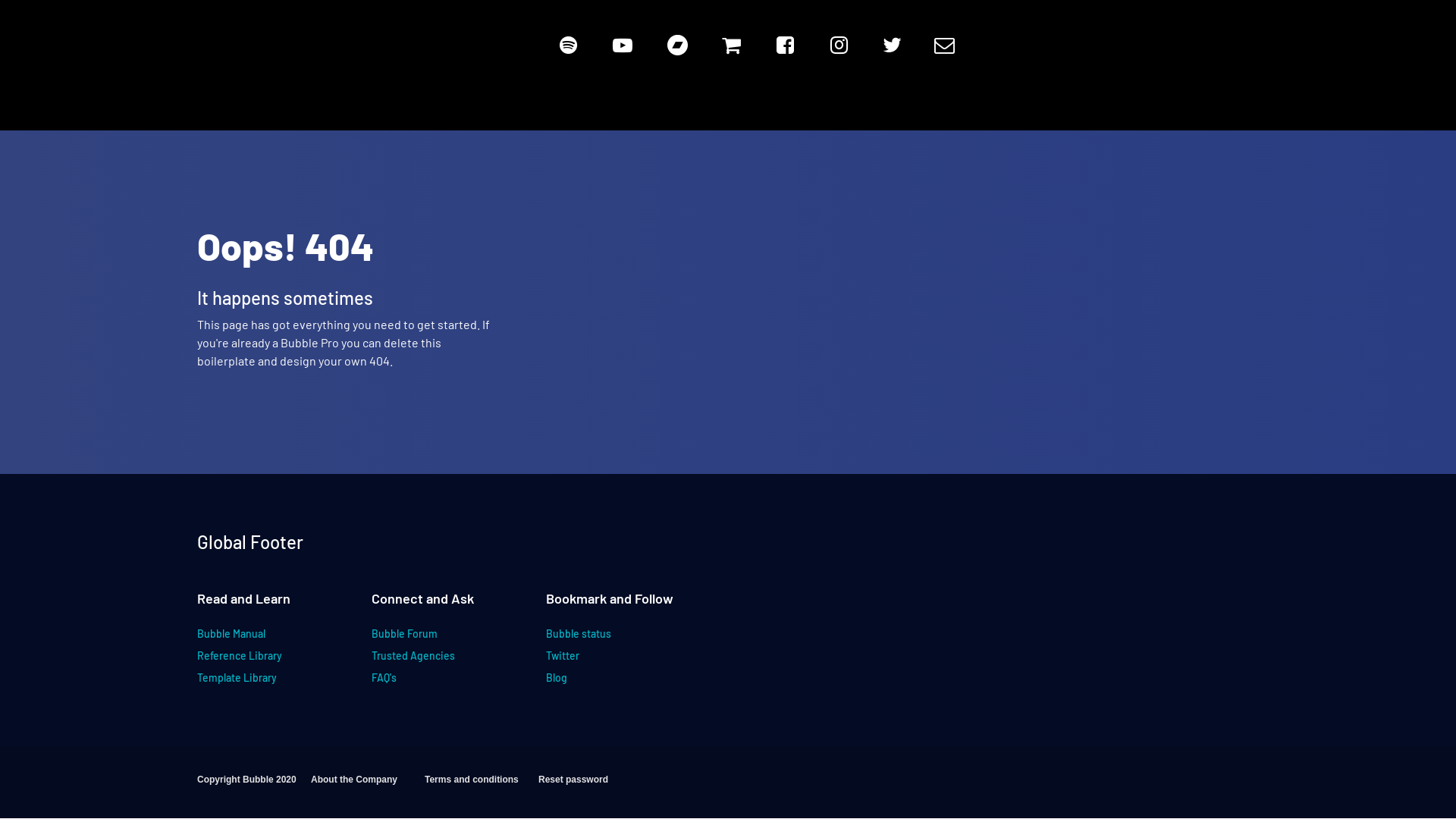 The width and height of the screenshot is (1456, 819). What do you see at coordinates (367, 785) in the screenshot?
I see `'About the Company'` at bounding box center [367, 785].